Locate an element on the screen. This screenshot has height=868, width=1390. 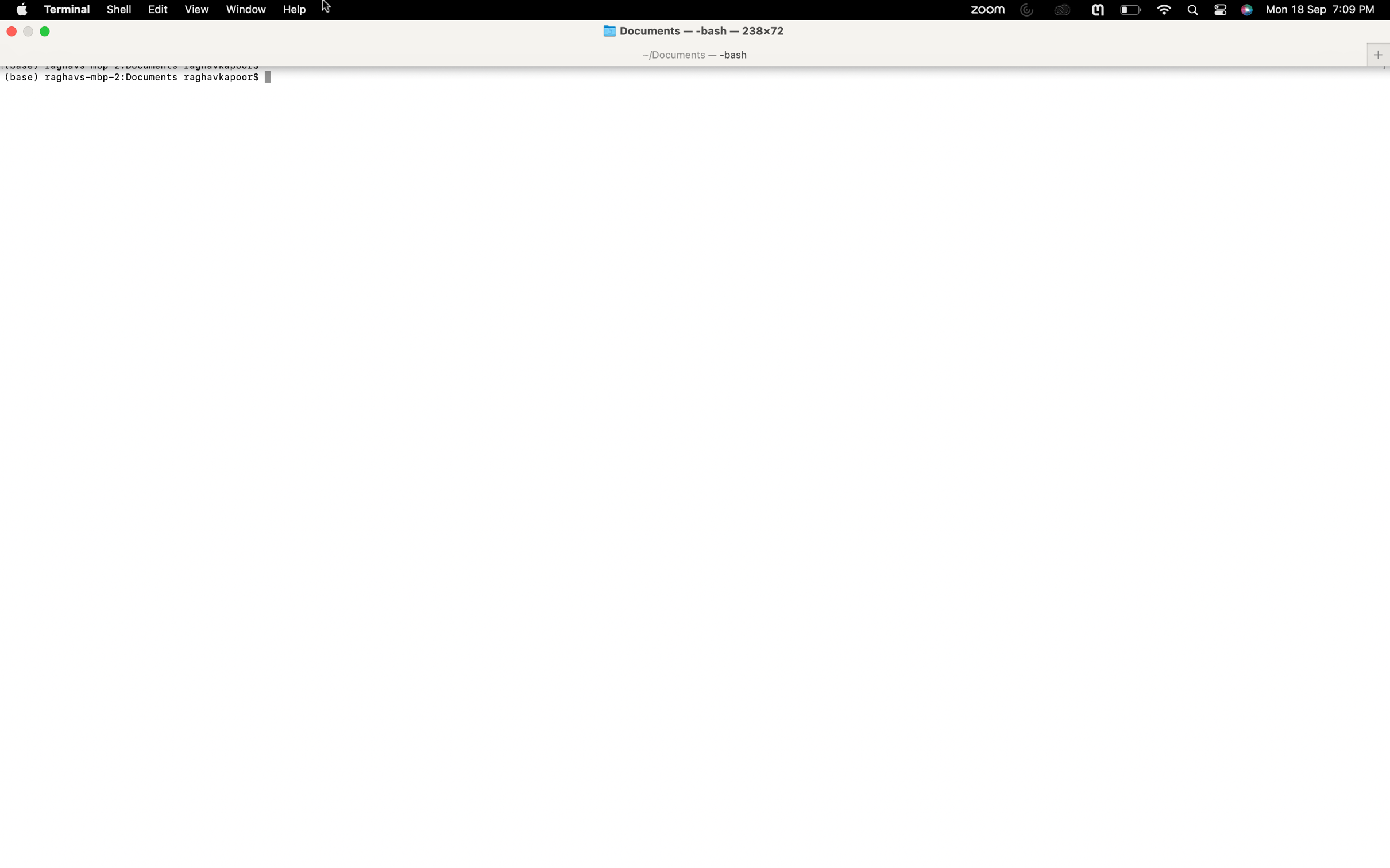
a new terminal window is located at coordinates (68, 10).